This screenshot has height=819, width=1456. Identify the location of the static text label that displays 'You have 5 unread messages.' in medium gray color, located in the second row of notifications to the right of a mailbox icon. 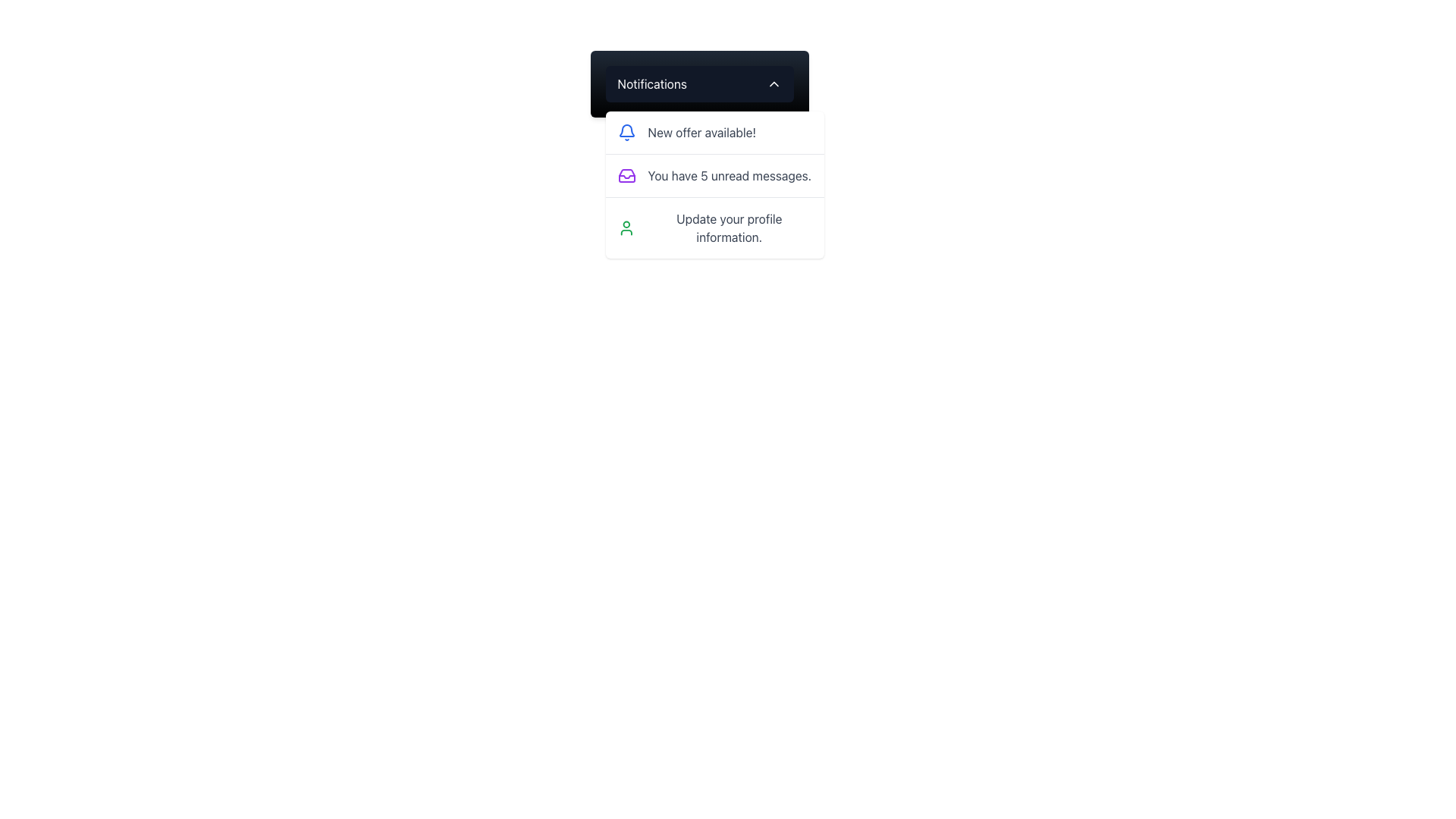
(730, 174).